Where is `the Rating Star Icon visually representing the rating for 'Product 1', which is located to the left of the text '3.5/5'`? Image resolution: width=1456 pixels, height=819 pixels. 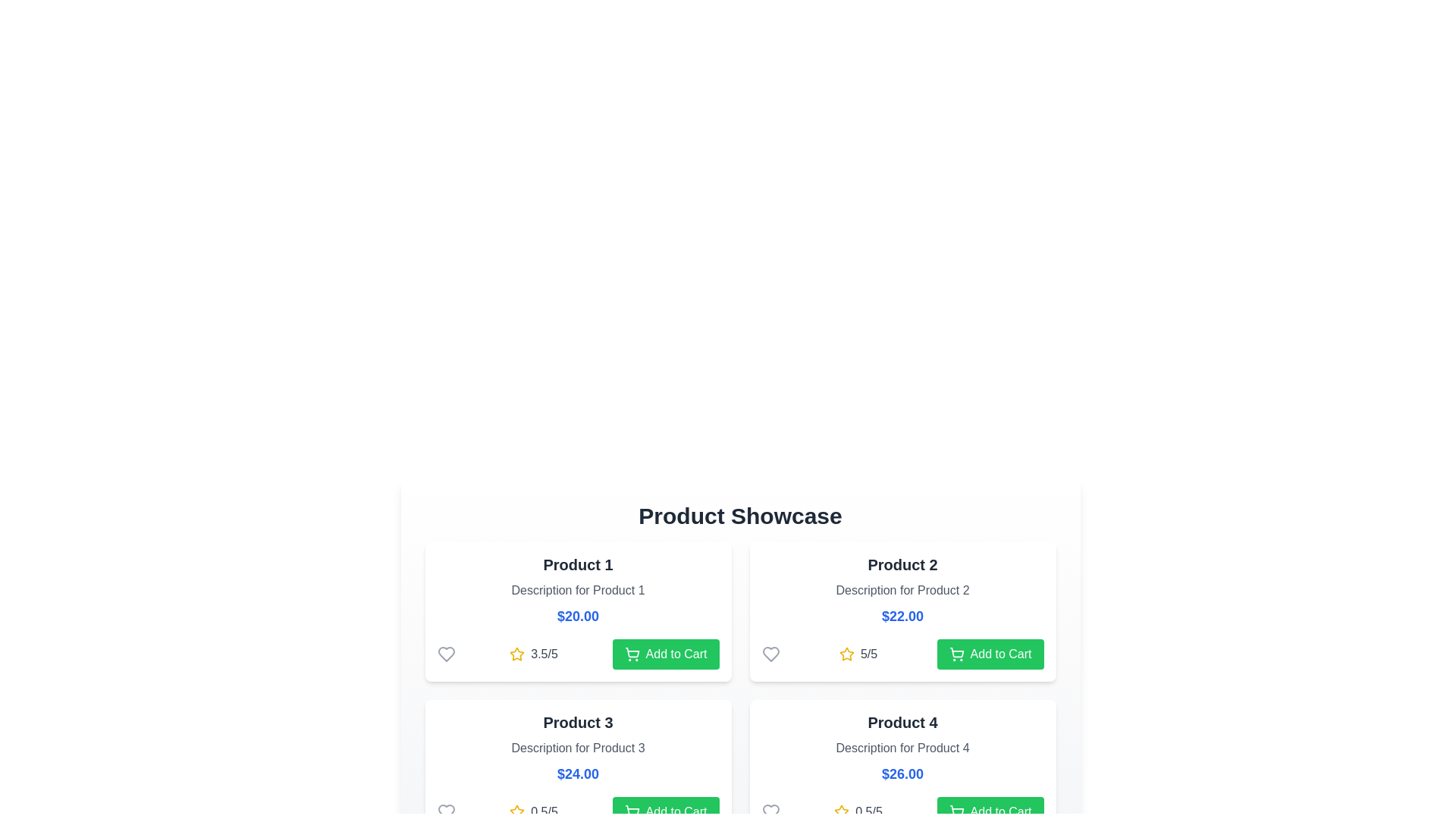 the Rating Star Icon visually representing the rating for 'Product 1', which is located to the left of the text '3.5/5' is located at coordinates (517, 654).